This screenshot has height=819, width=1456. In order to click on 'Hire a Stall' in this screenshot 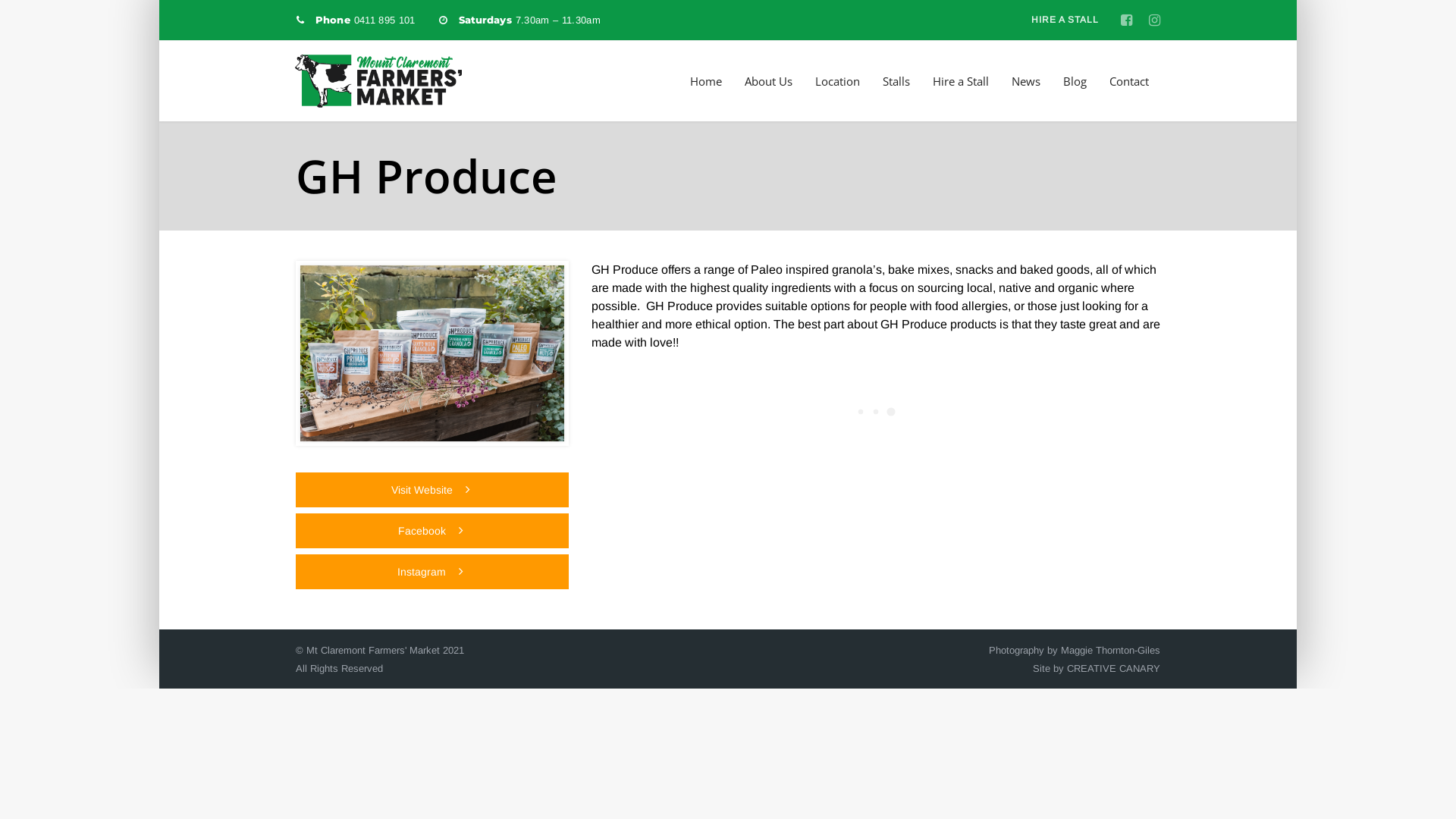, I will do `click(960, 81)`.